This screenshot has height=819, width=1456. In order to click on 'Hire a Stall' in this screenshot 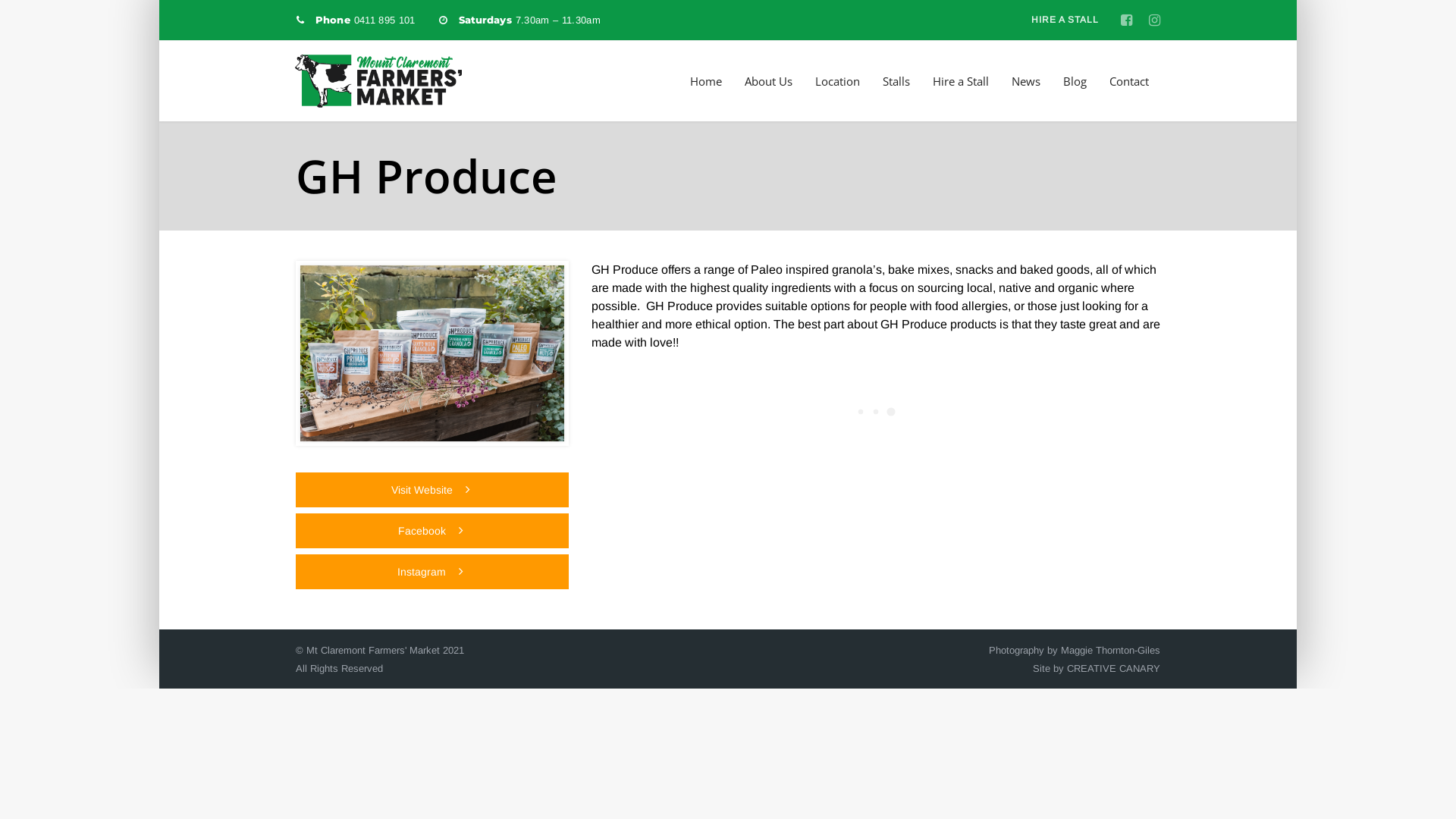, I will do `click(960, 81)`.